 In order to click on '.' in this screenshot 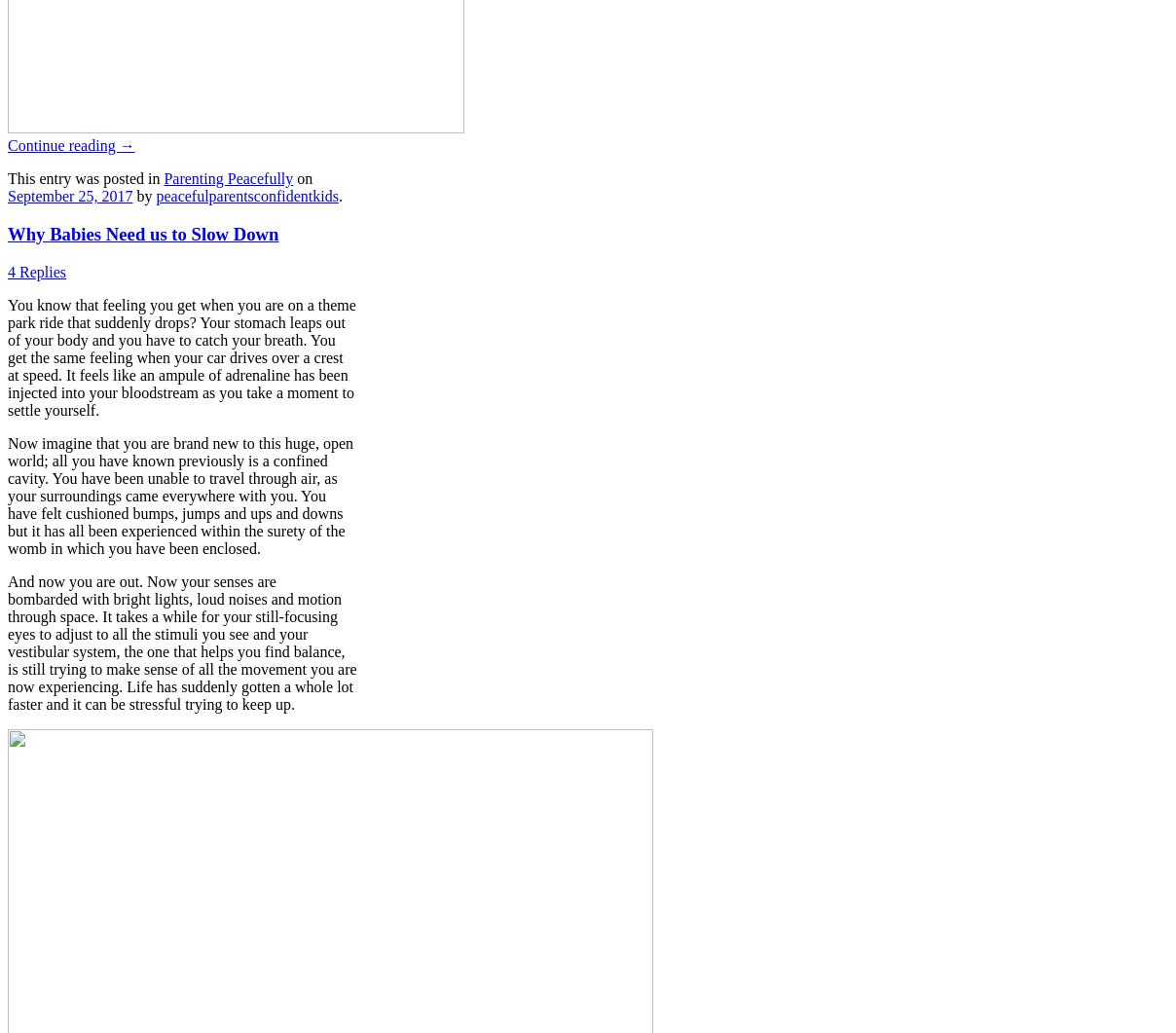, I will do `click(337, 195)`.